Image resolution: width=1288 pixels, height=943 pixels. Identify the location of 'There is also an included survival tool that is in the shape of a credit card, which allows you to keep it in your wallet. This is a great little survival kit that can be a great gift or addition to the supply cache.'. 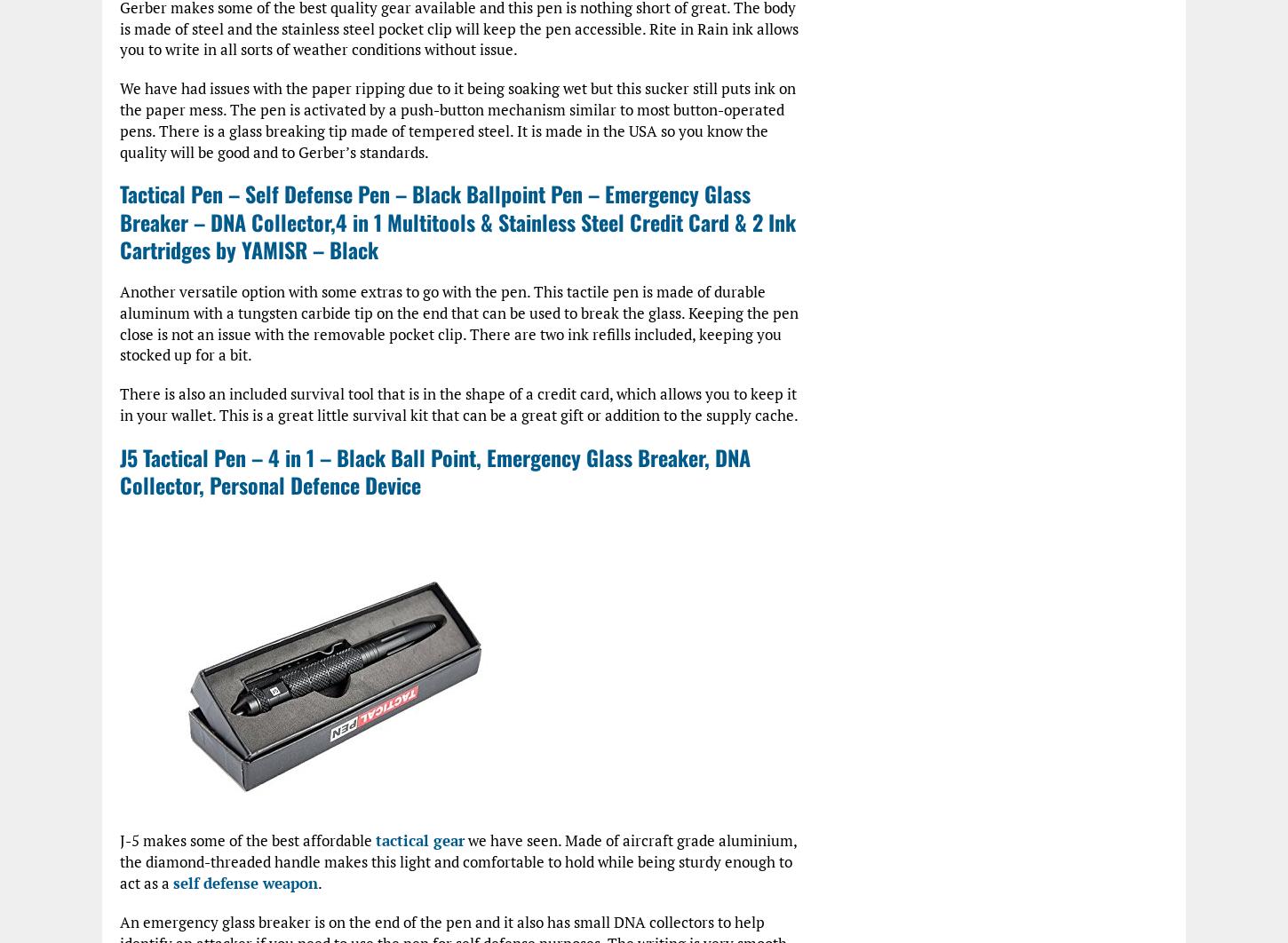
(459, 403).